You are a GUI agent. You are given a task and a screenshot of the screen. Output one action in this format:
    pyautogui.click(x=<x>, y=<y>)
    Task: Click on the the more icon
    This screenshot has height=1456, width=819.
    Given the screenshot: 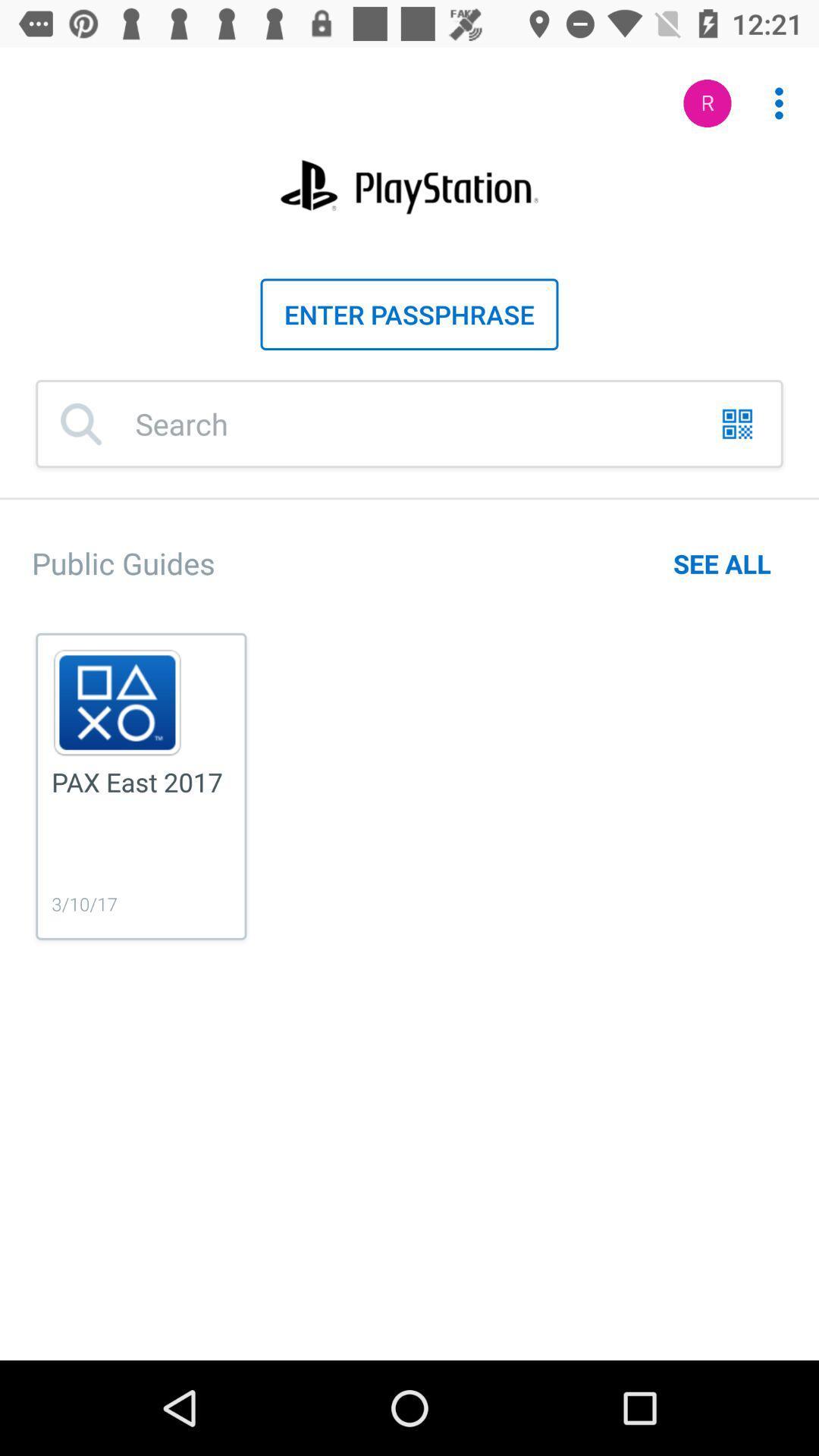 What is the action you would take?
    pyautogui.click(x=770, y=95)
    